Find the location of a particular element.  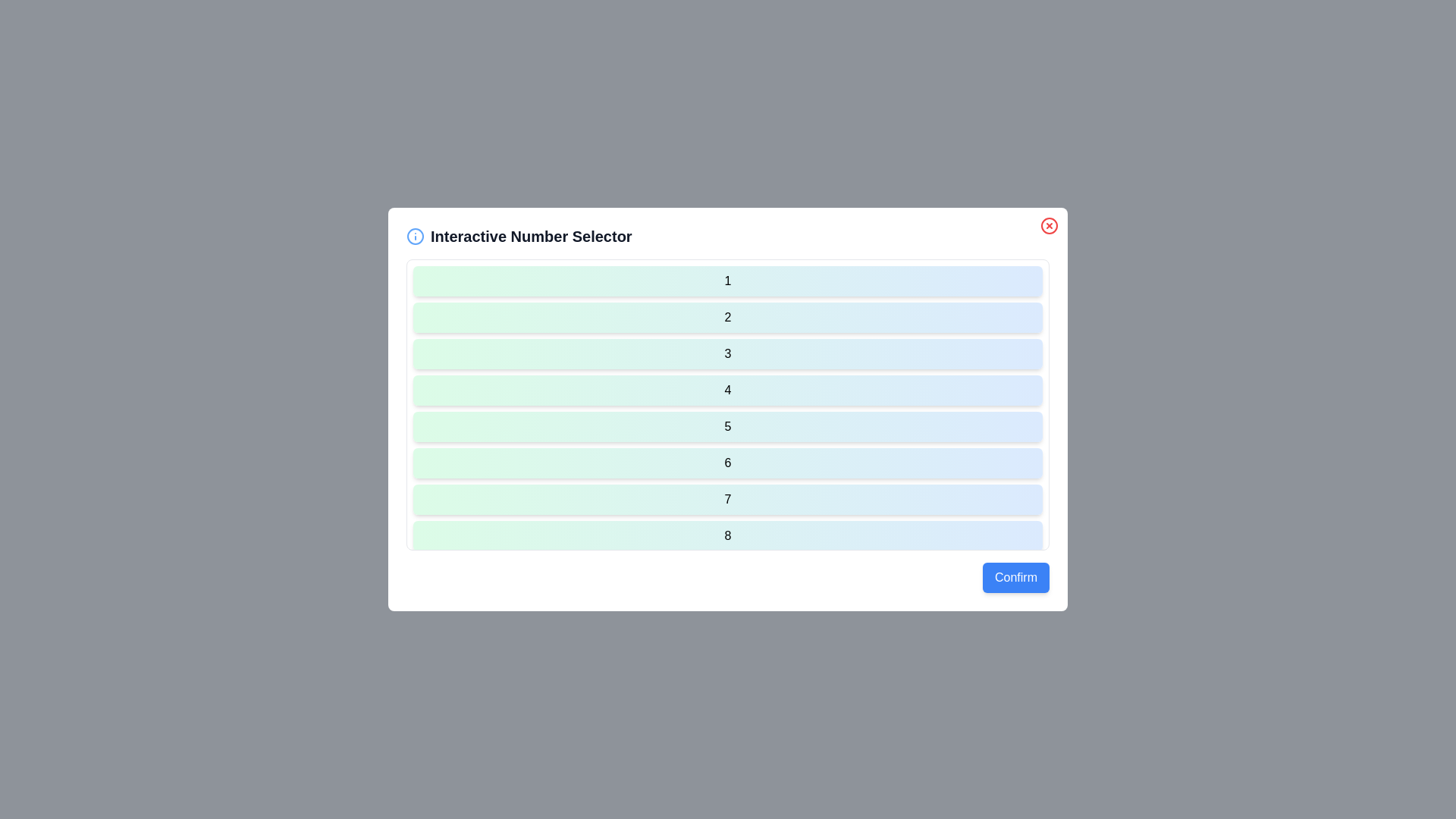

confirm button to confirm the selection is located at coordinates (1015, 578).